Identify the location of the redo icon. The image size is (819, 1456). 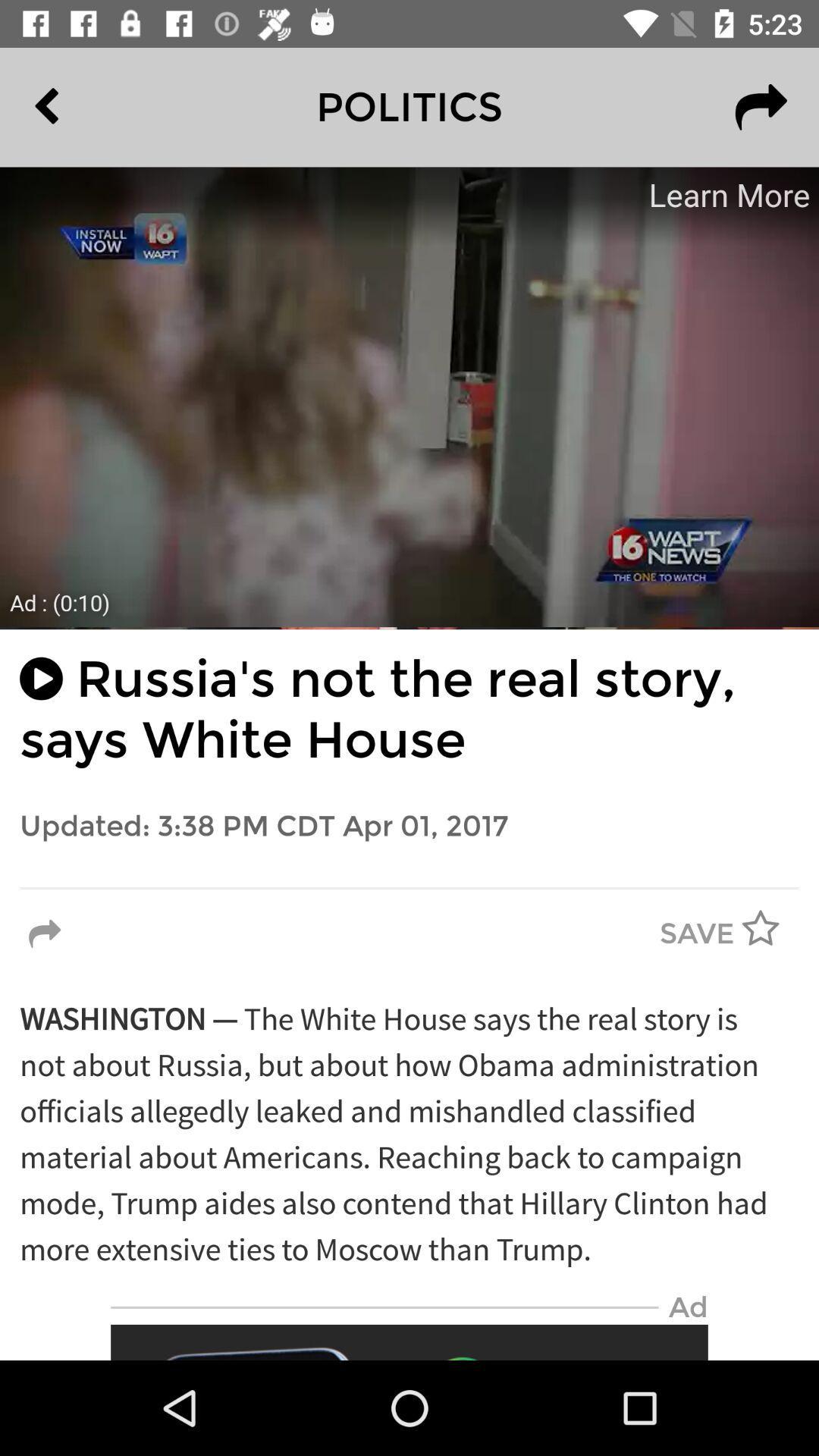
(761, 106).